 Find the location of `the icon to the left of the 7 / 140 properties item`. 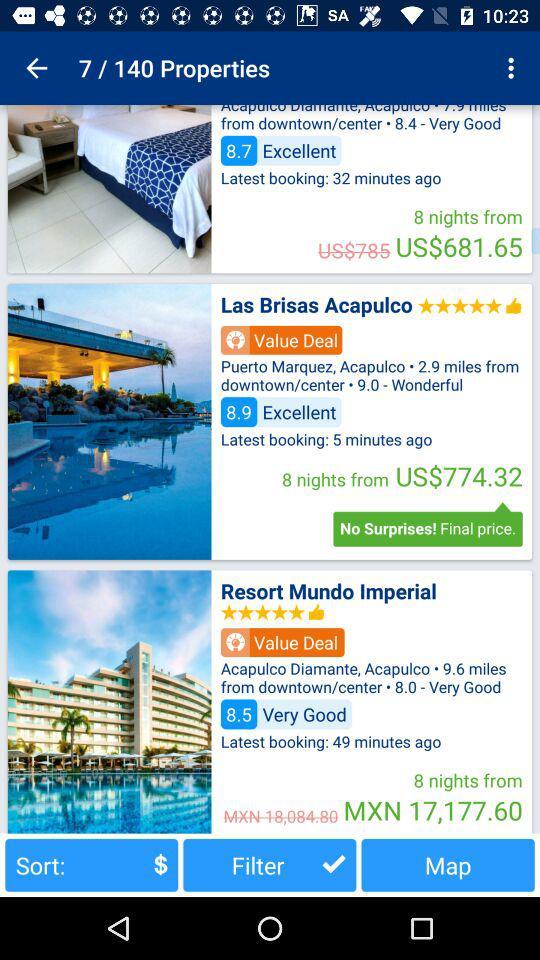

the icon to the left of the 7 / 140 properties item is located at coordinates (36, 68).